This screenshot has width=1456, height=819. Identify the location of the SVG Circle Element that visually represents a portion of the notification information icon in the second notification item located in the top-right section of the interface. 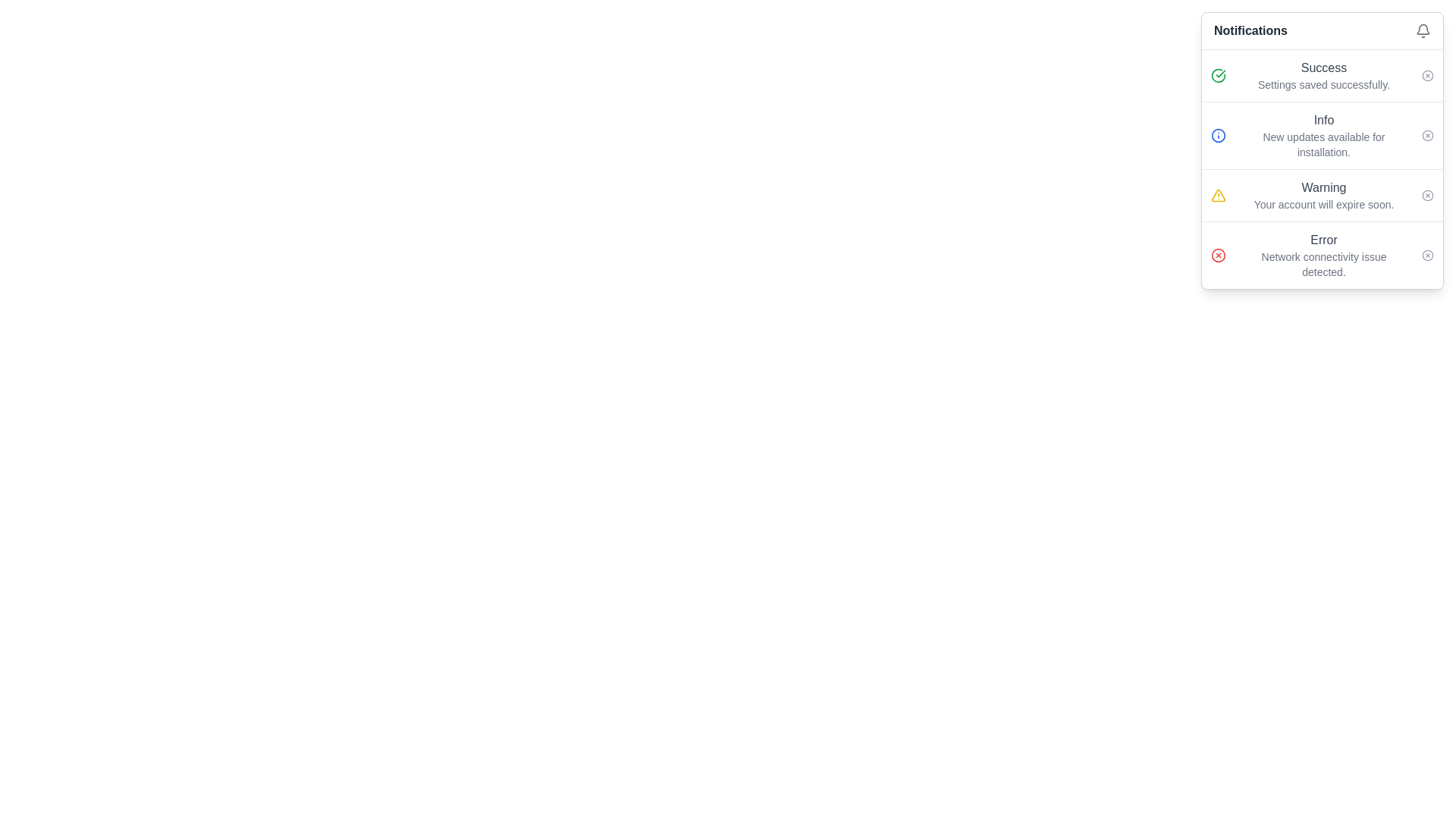
(1219, 134).